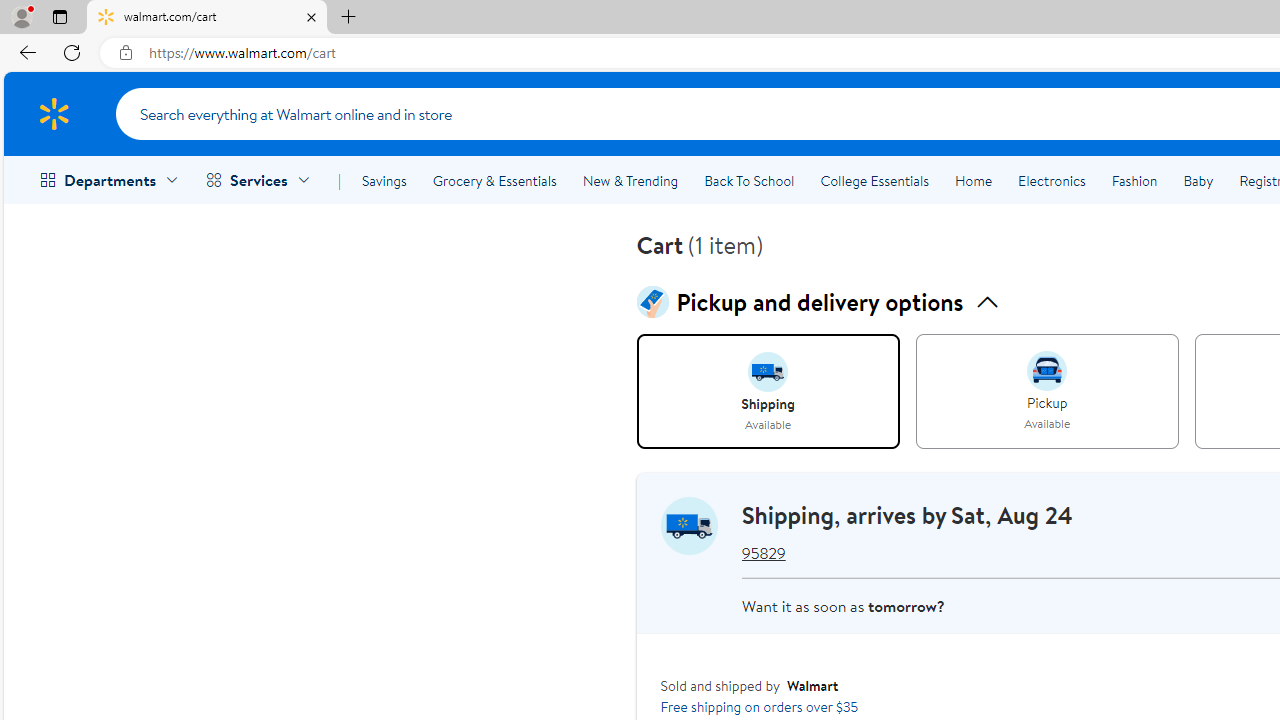 The image size is (1280, 720). I want to click on 'Baby', so click(1198, 181).